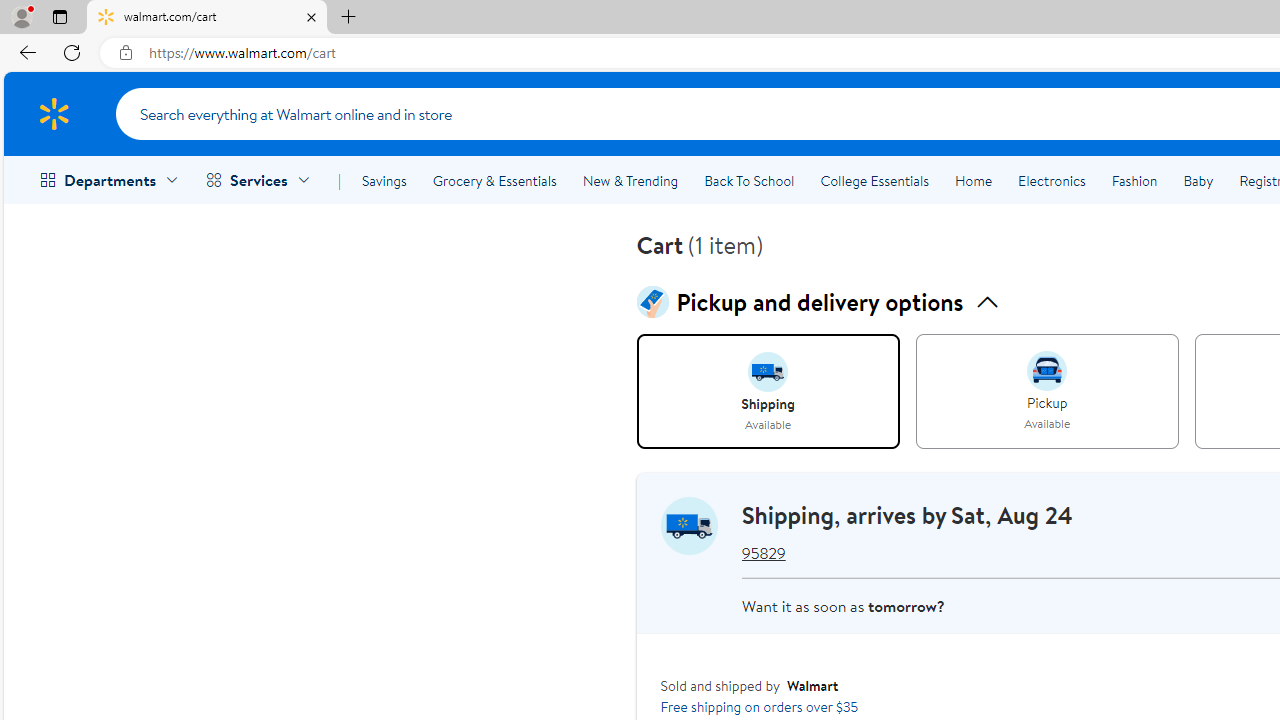 The image size is (1280, 720). I want to click on 'Baby', so click(1198, 181).